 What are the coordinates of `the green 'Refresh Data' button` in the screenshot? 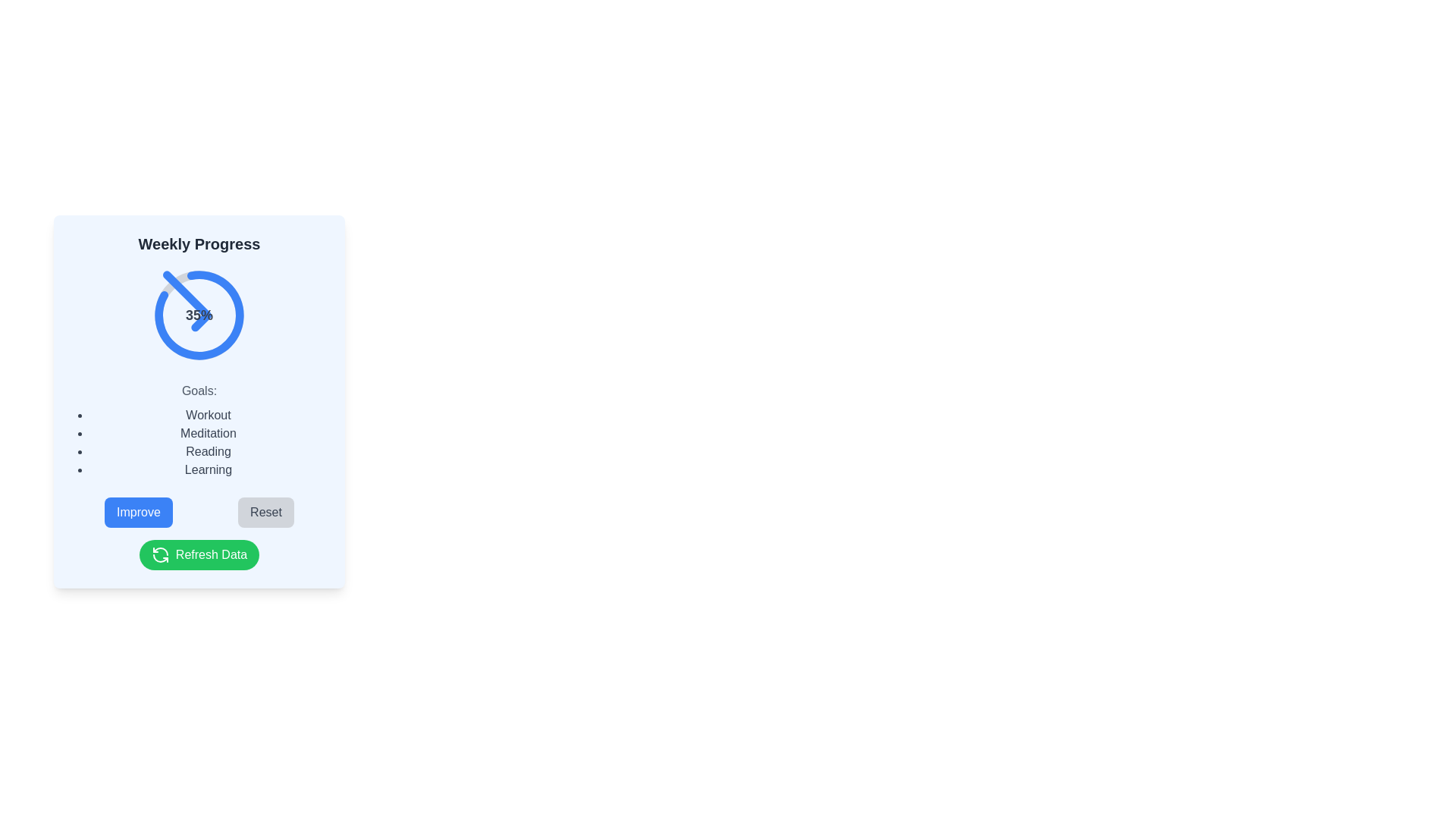 It's located at (199, 555).